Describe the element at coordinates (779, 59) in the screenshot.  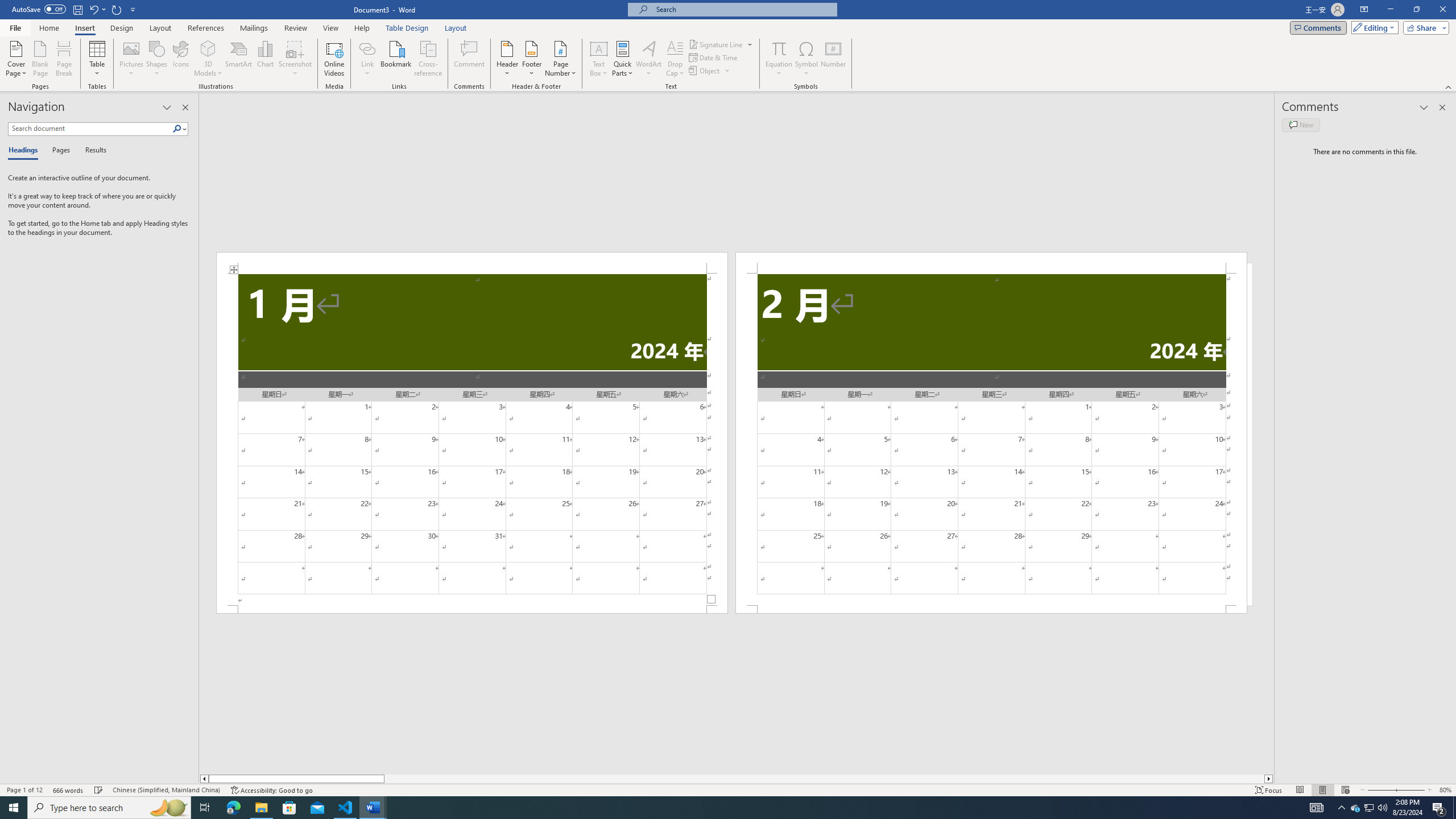
I see `'Equation'` at that location.